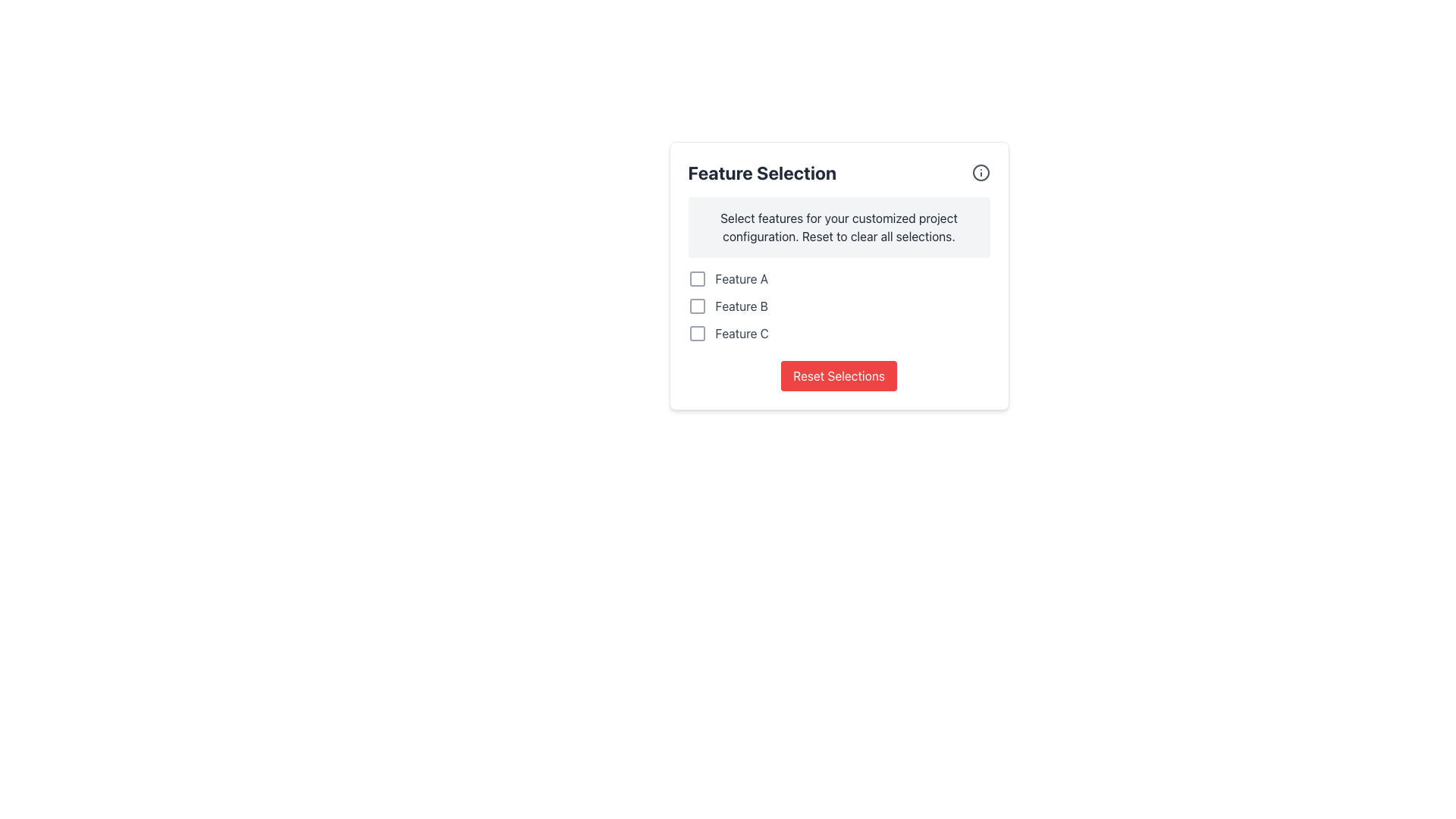 This screenshot has height=819, width=1456. Describe the element at coordinates (742, 332) in the screenshot. I see `the text label indicating 'Feature C', which is located in the third row of the feature options list, below 'Feature B'` at that location.